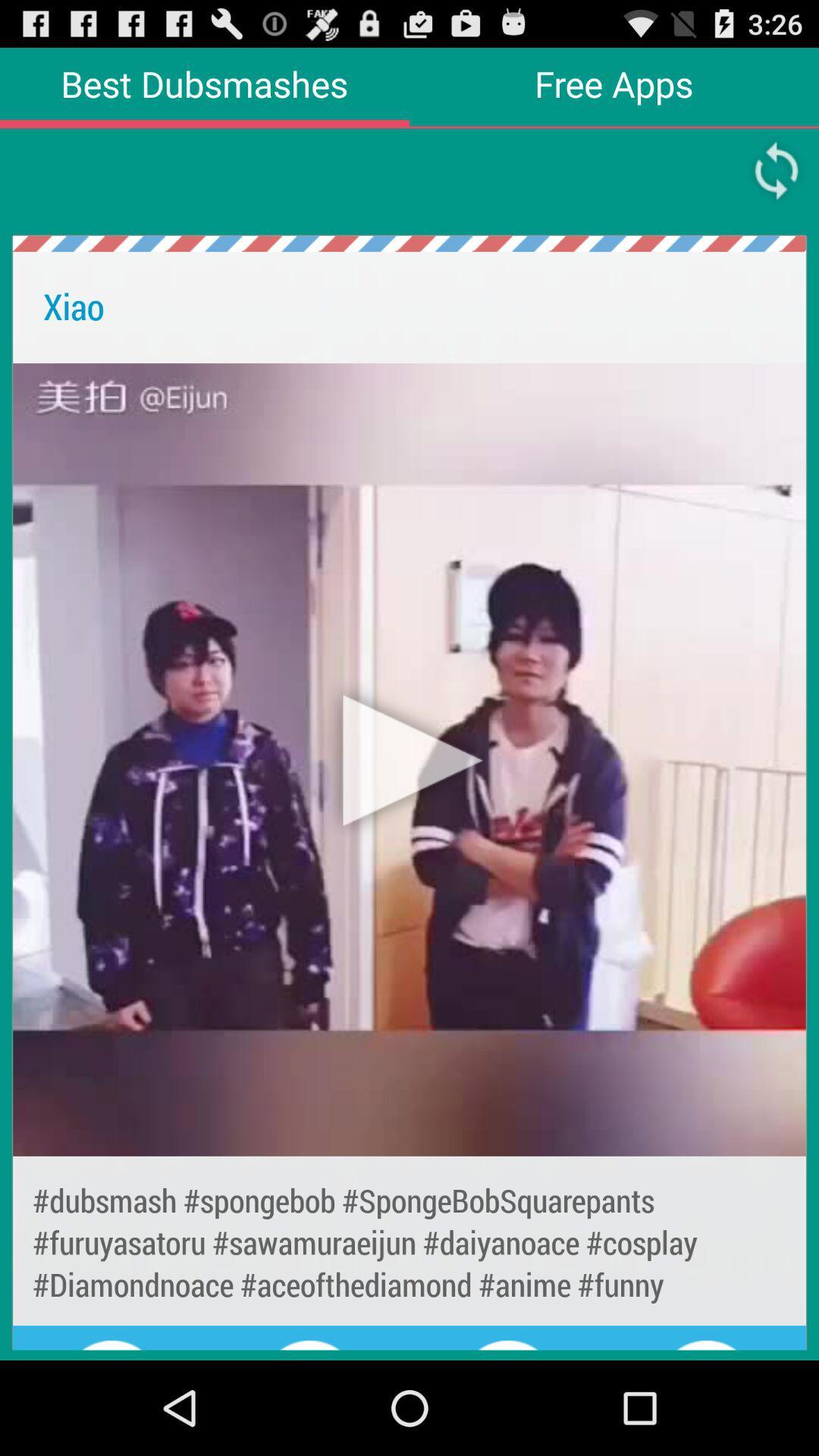 This screenshot has height=1456, width=819. I want to click on the refresh icon, so click(777, 182).